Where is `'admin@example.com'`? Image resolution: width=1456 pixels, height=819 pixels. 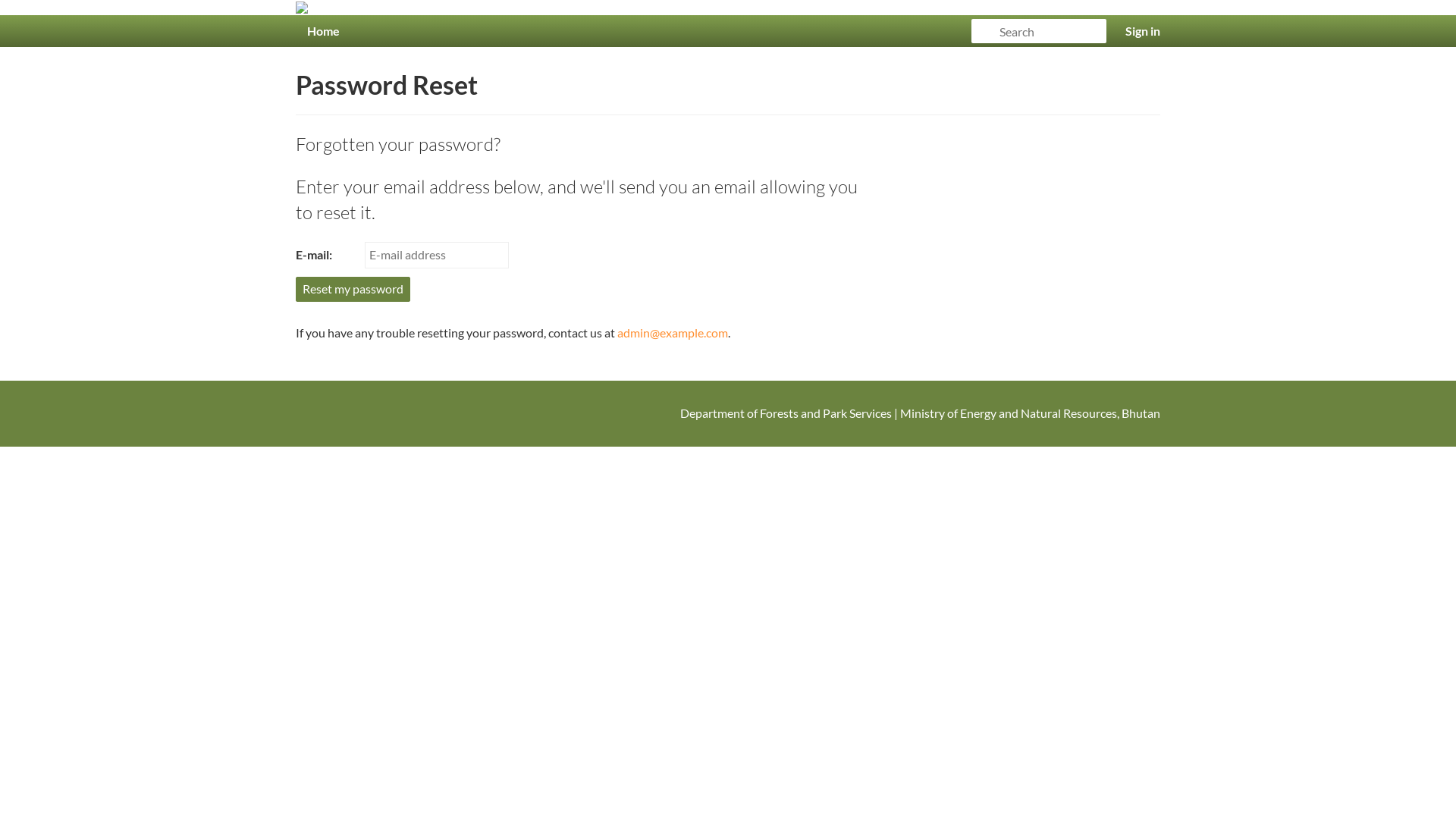
'admin@example.com' is located at coordinates (672, 331).